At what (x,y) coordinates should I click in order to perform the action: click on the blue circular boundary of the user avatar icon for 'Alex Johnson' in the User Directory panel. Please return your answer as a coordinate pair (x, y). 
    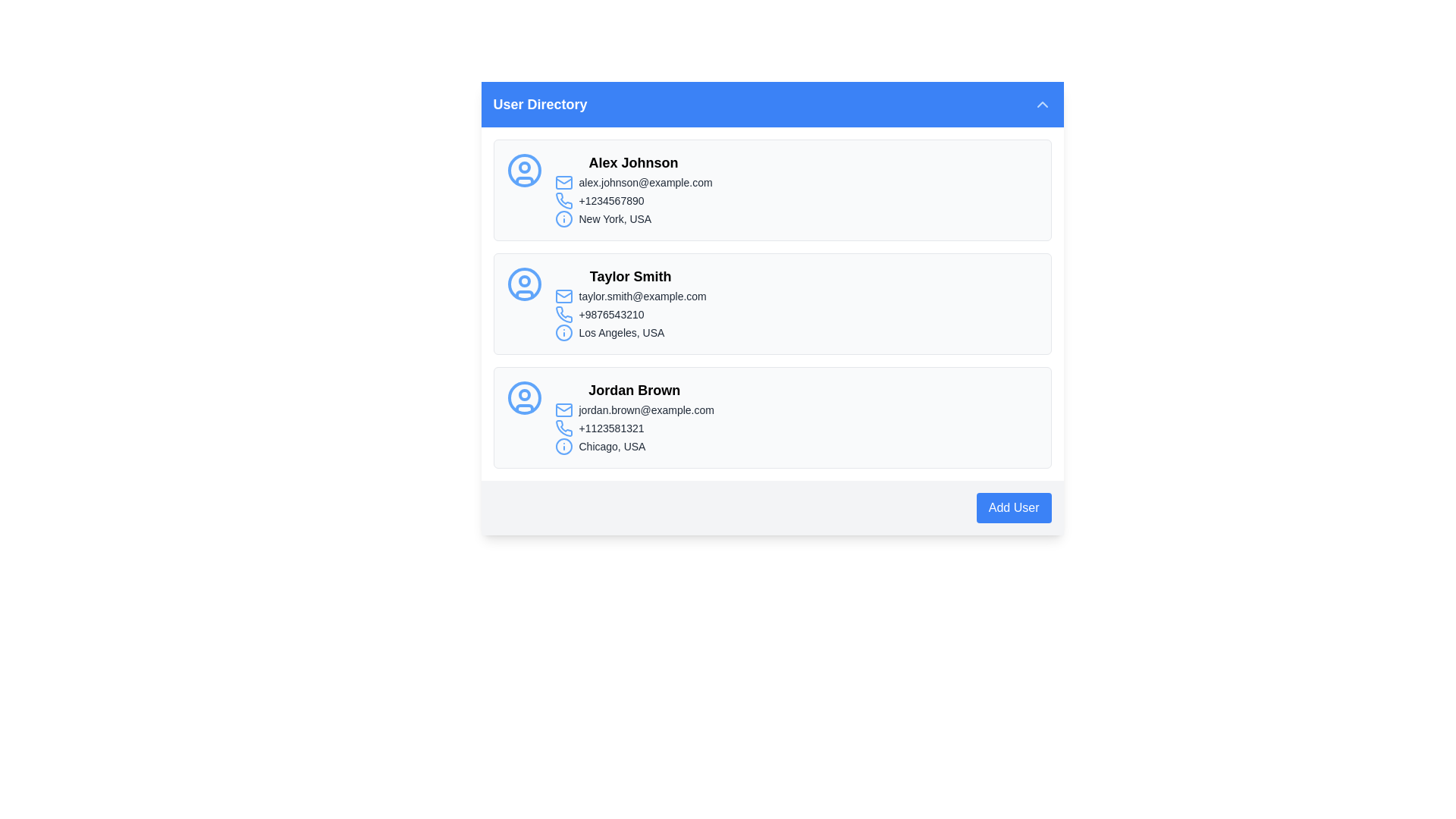
    Looking at the image, I should click on (524, 170).